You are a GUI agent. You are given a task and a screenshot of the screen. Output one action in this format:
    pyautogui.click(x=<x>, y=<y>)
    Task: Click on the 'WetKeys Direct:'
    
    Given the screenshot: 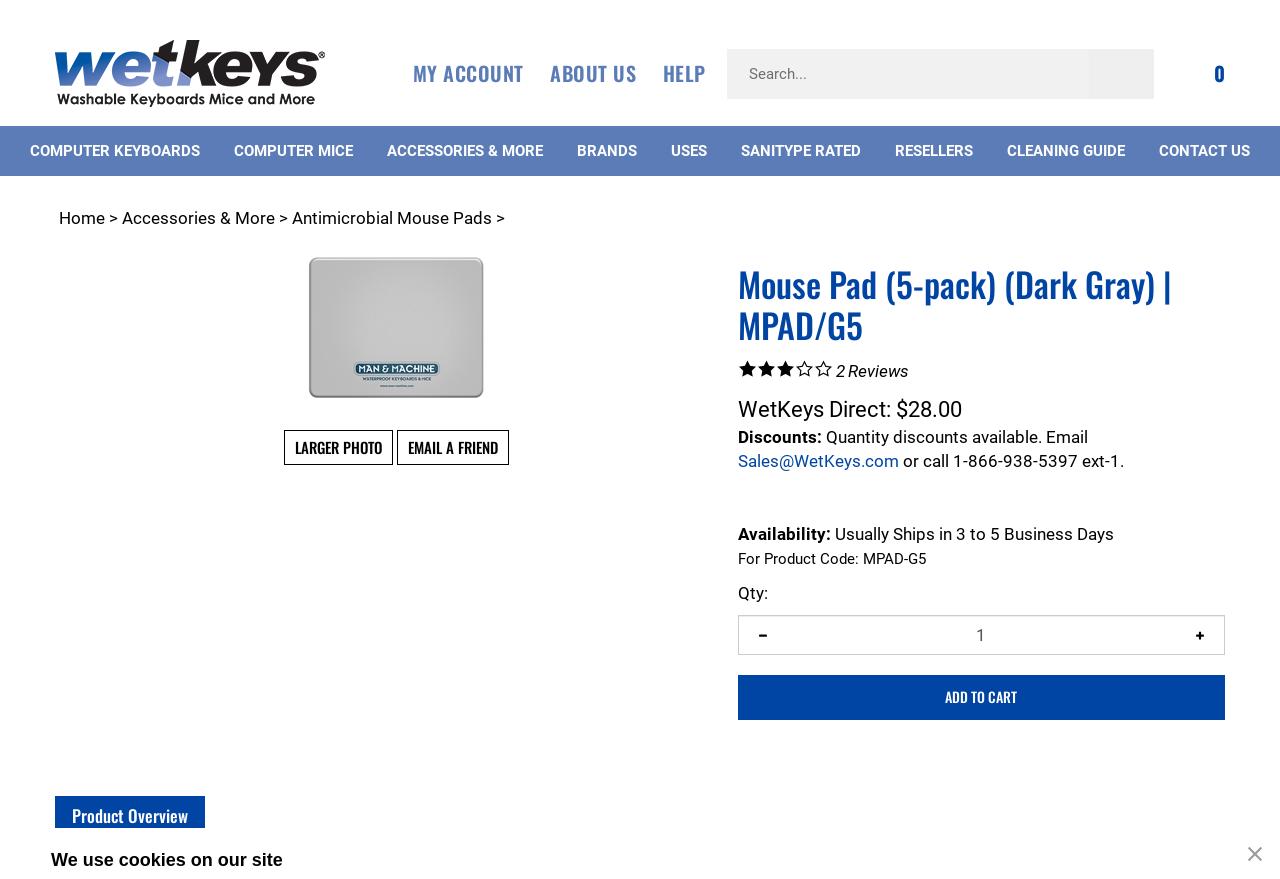 What is the action you would take?
    pyautogui.click(x=813, y=407)
    